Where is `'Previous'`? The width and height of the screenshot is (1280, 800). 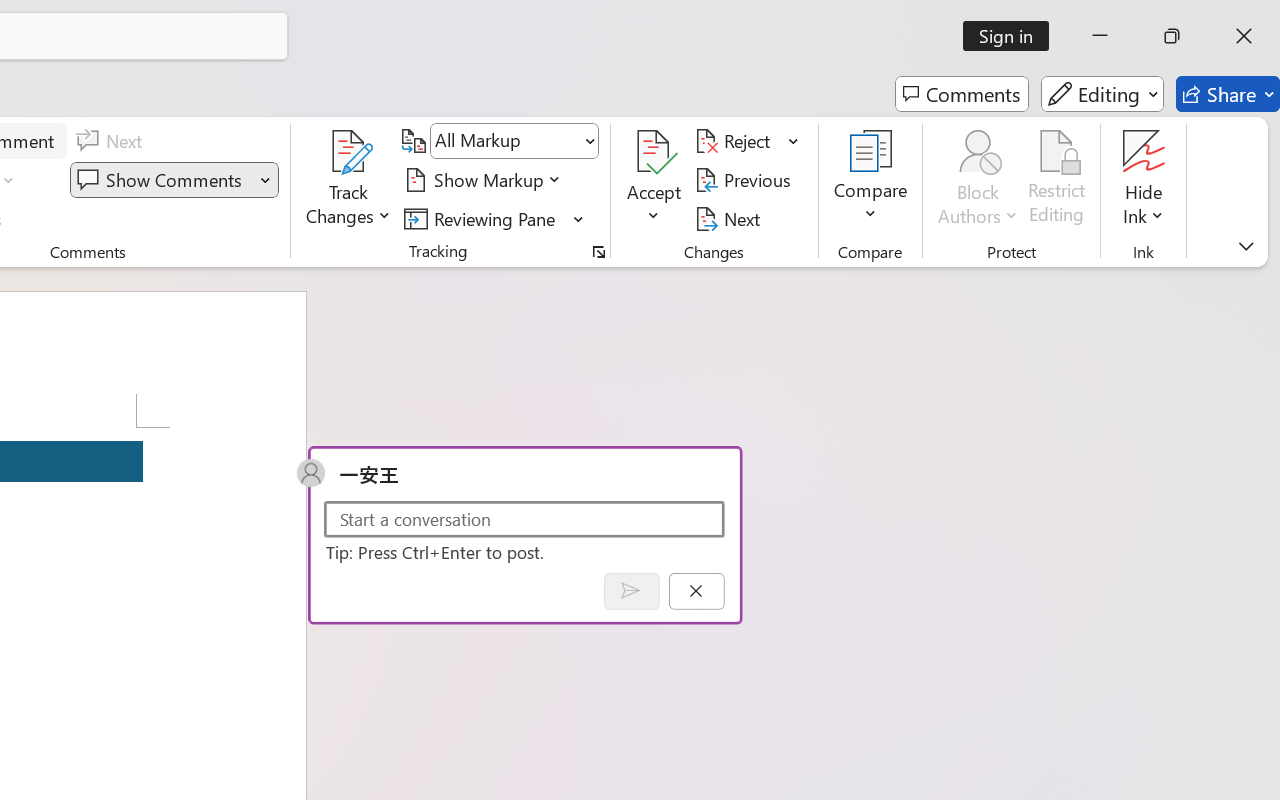 'Previous' is located at coordinates (745, 179).